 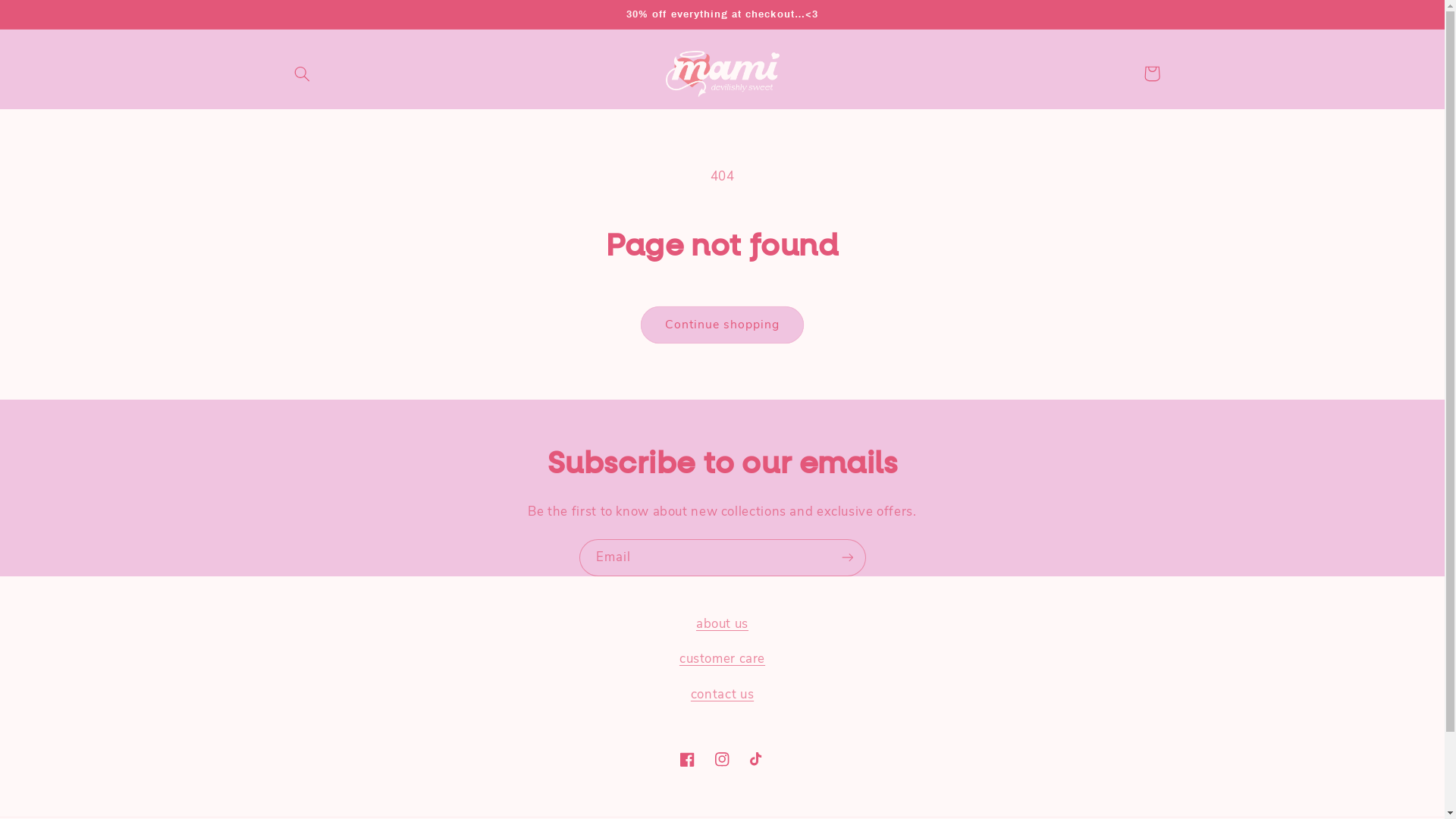 I want to click on 'TikTok', so click(x=757, y=759).